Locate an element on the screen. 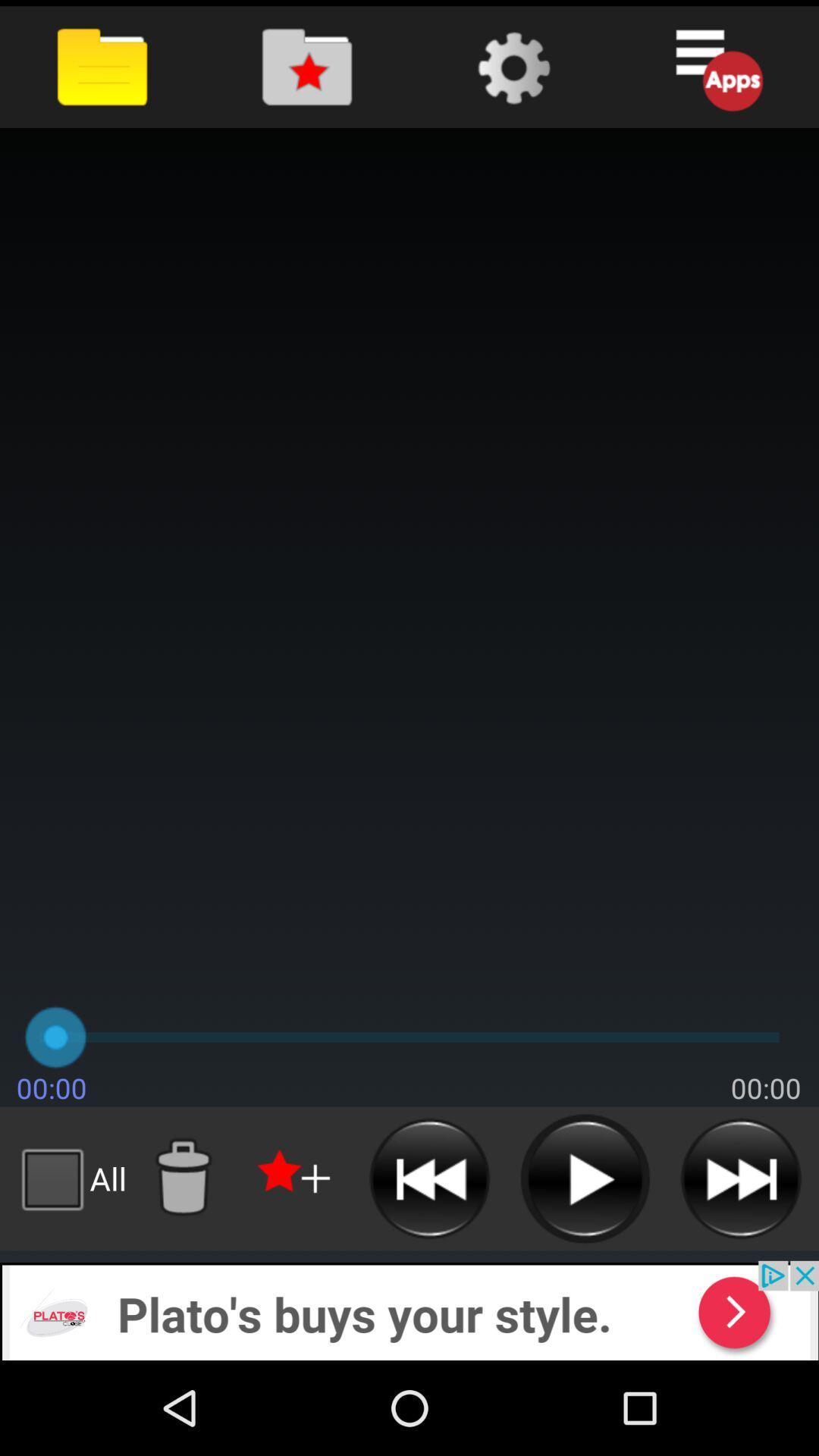 This screenshot has width=819, height=1456. the play icon is located at coordinates (584, 1261).